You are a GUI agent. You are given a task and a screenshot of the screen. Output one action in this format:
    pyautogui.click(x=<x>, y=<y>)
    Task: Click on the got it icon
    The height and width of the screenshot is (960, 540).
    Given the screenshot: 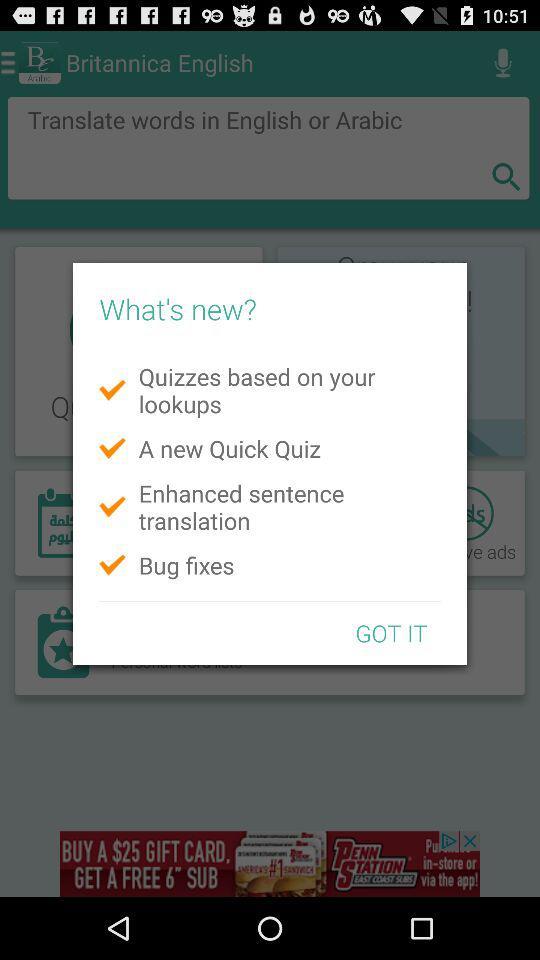 What is the action you would take?
    pyautogui.click(x=391, y=632)
    